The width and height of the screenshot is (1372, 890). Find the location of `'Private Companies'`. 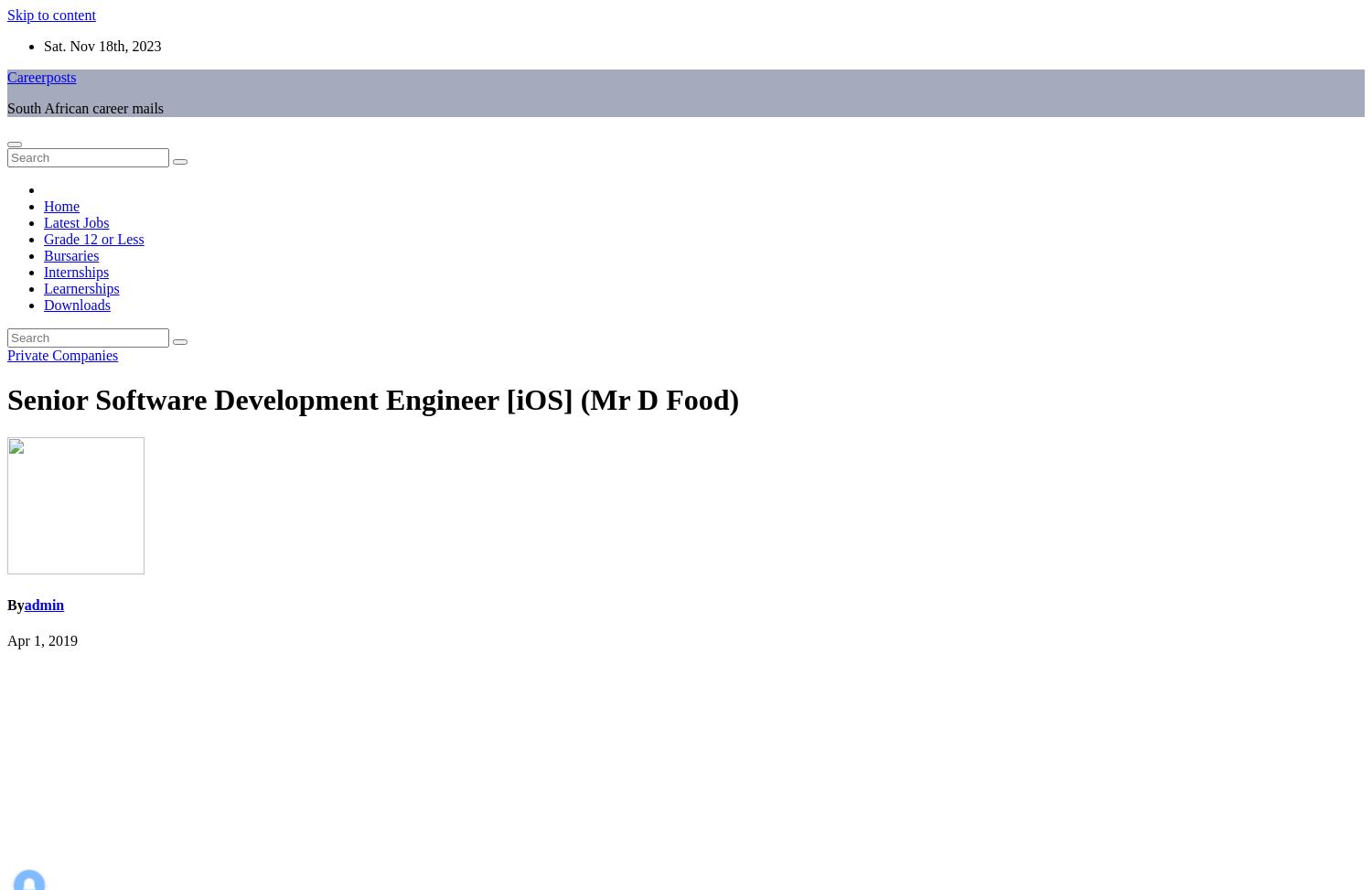

'Private Companies' is located at coordinates (61, 354).